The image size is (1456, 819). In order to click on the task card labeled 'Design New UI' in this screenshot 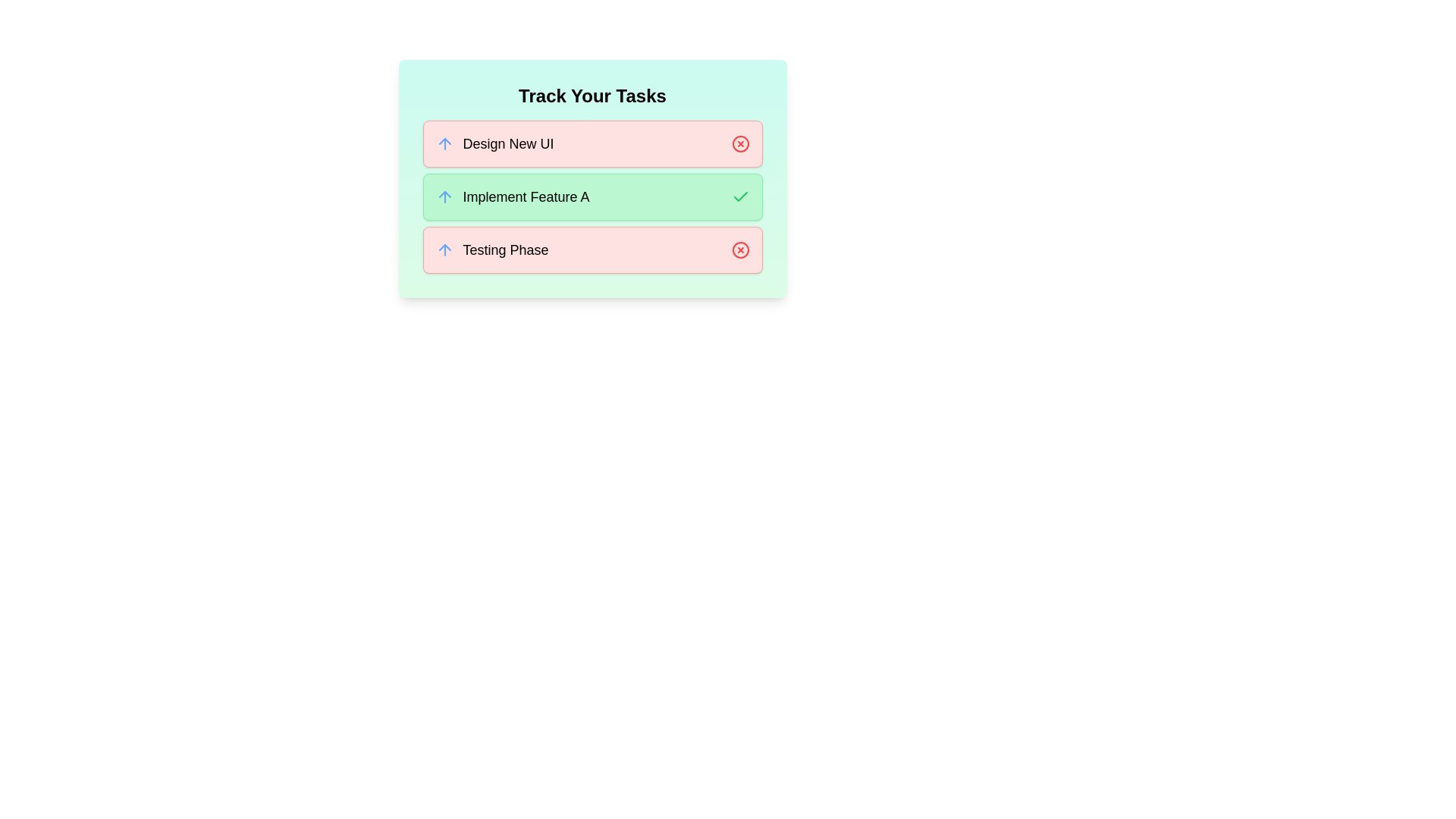, I will do `click(591, 143)`.